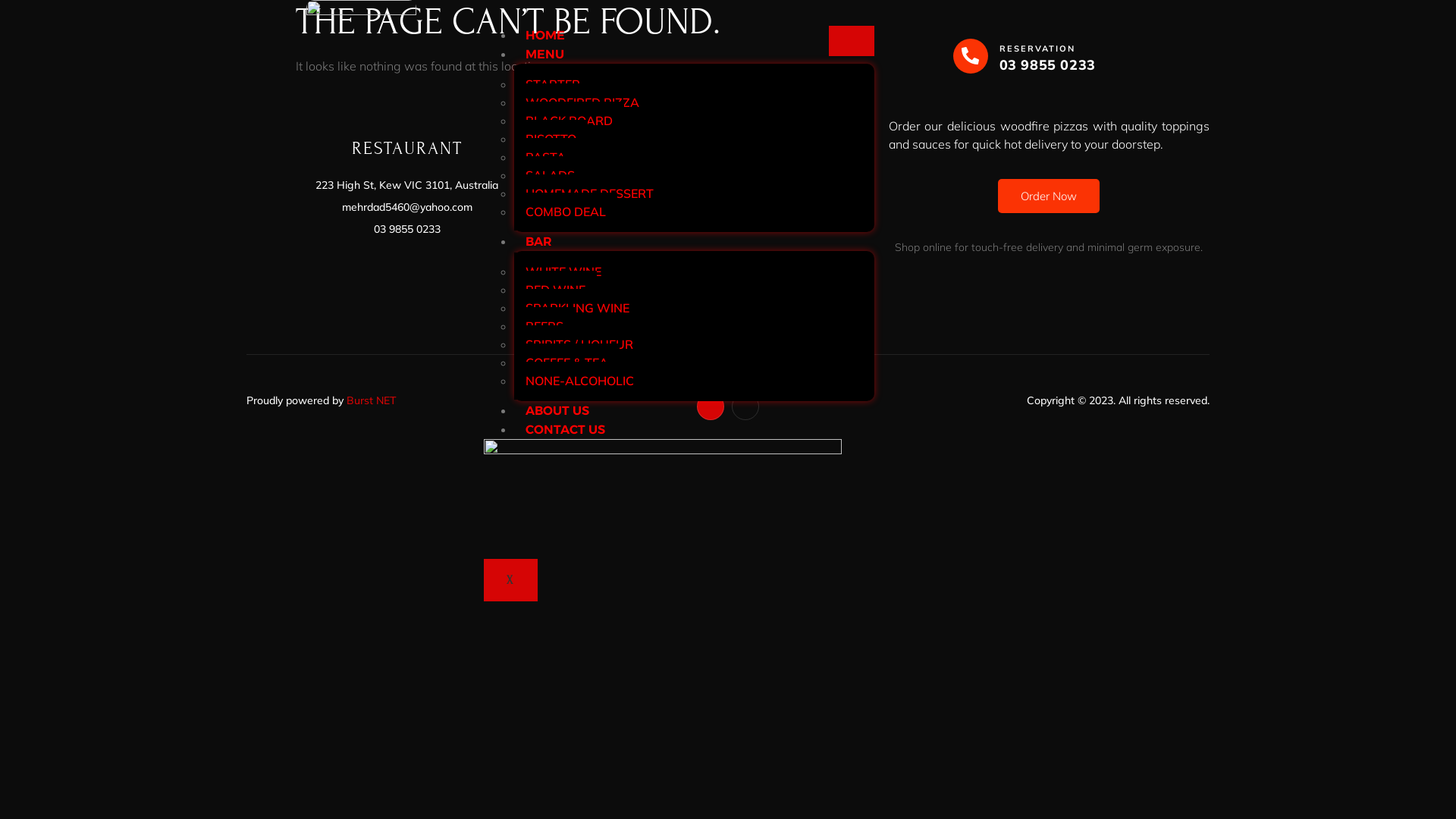  Describe the element at coordinates (550, 138) in the screenshot. I see `'RISOTTO'` at that location.